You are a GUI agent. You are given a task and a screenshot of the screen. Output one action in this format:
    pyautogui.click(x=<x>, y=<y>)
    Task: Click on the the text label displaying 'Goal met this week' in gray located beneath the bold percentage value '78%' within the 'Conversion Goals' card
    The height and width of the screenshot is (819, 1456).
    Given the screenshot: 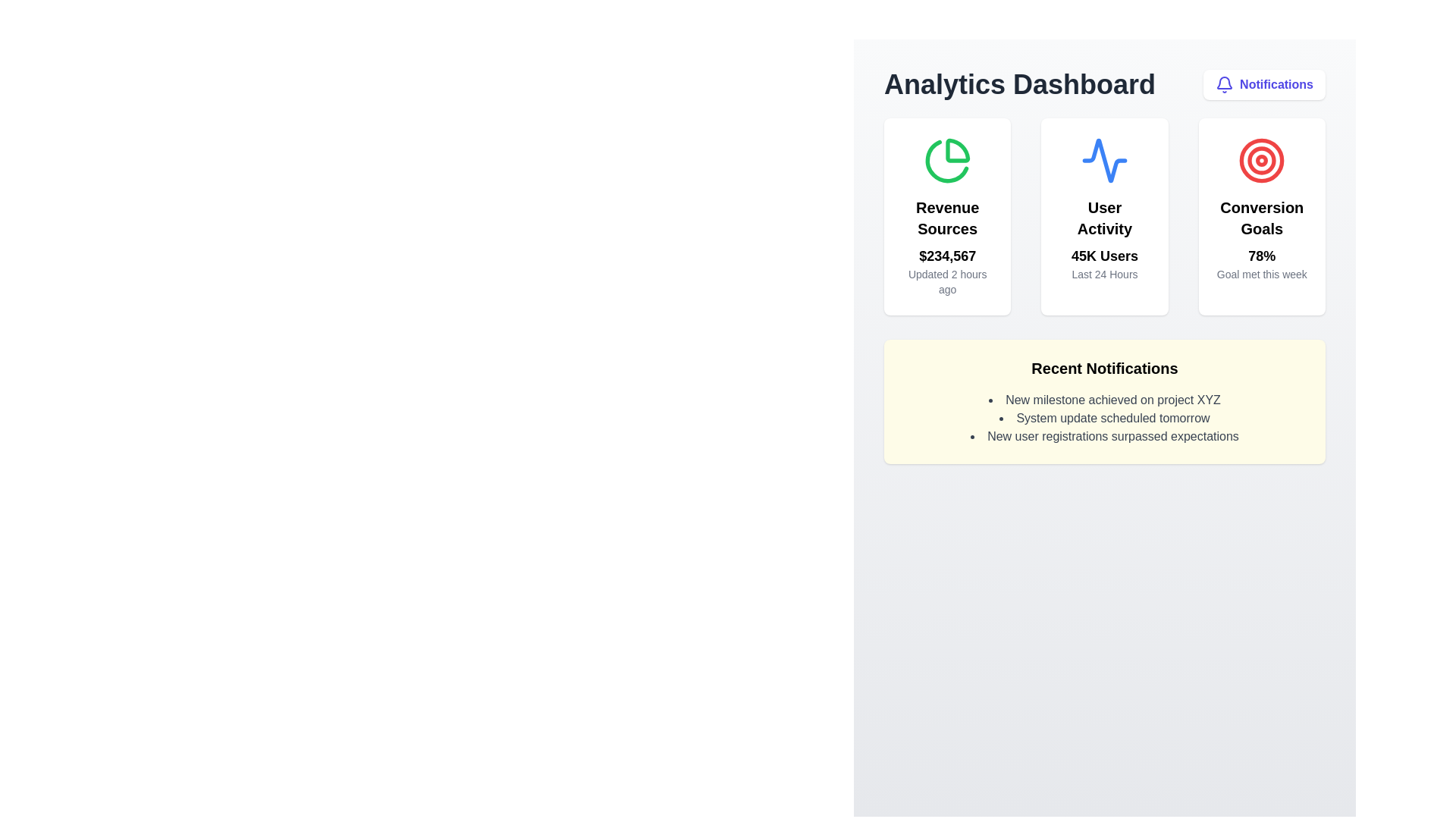 What is the action you would take?
    pyautogui.click(x=1262, y=275)
    